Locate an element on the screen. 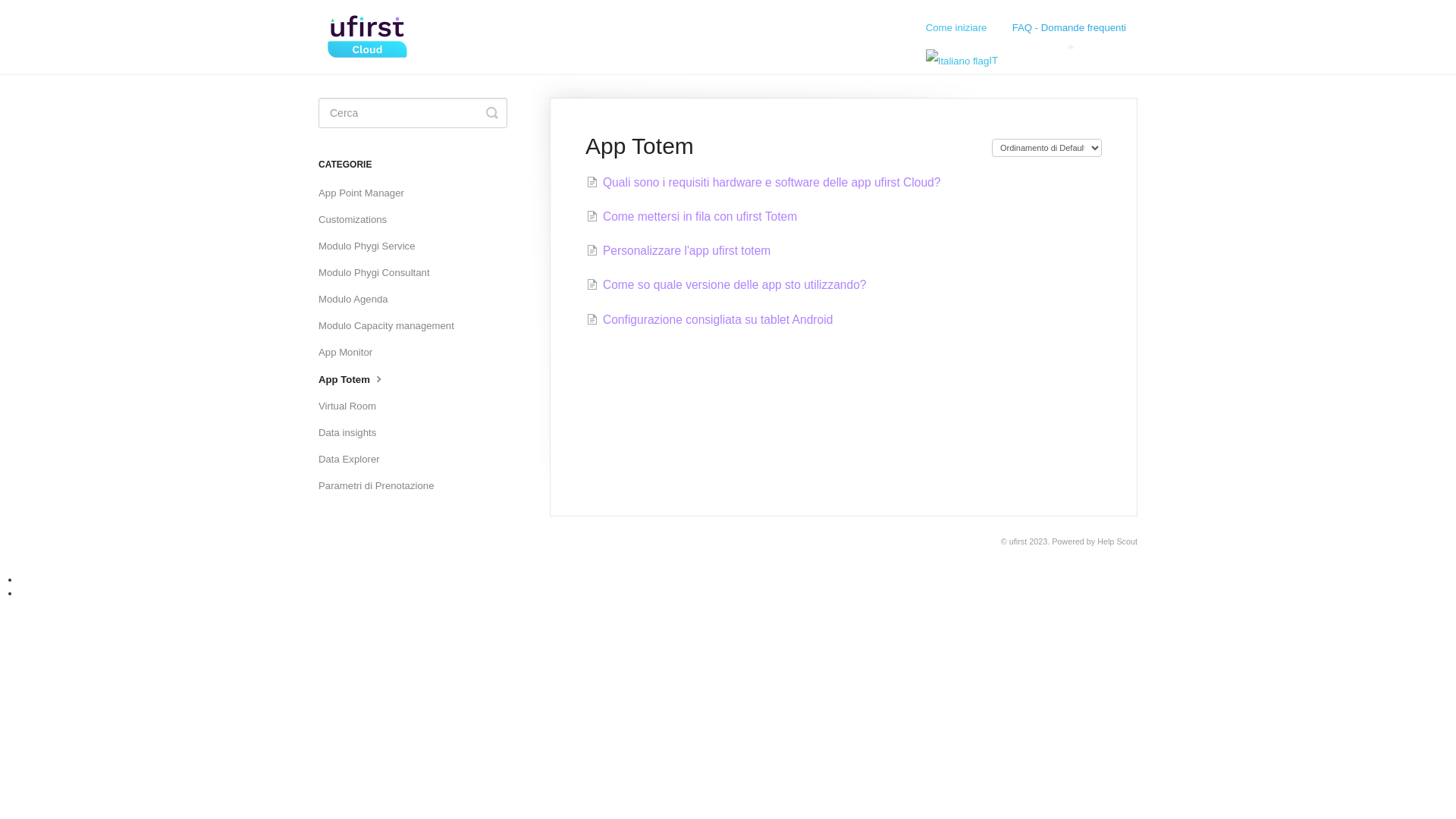 This screenshot has width=1456, height=819. 'Come so quale versione delle app sto utilizzando?' is located at coordinates (726, 284).